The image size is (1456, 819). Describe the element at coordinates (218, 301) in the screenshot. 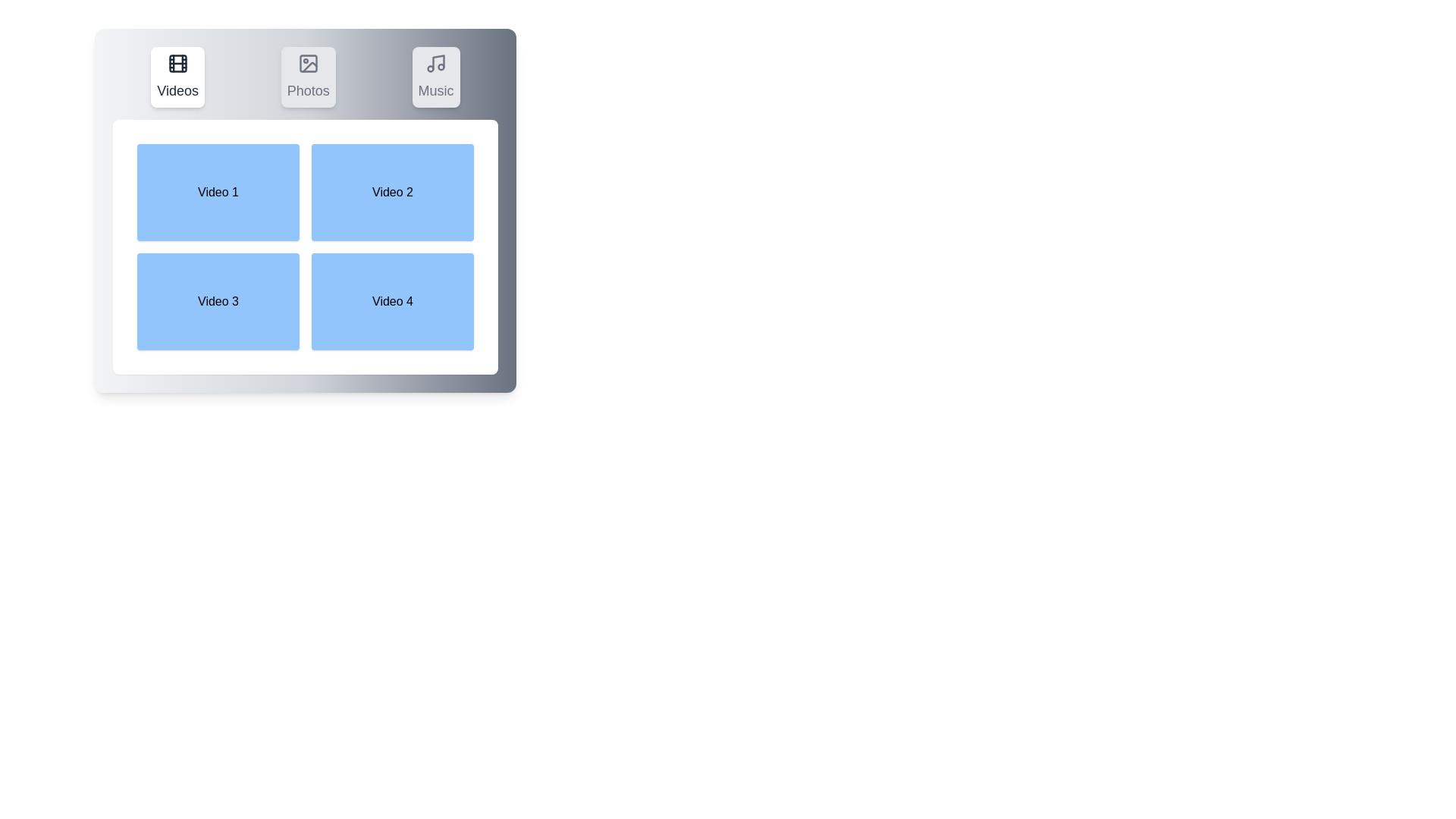

I see `the Video 3 Box to observe the hover effect` at that location.